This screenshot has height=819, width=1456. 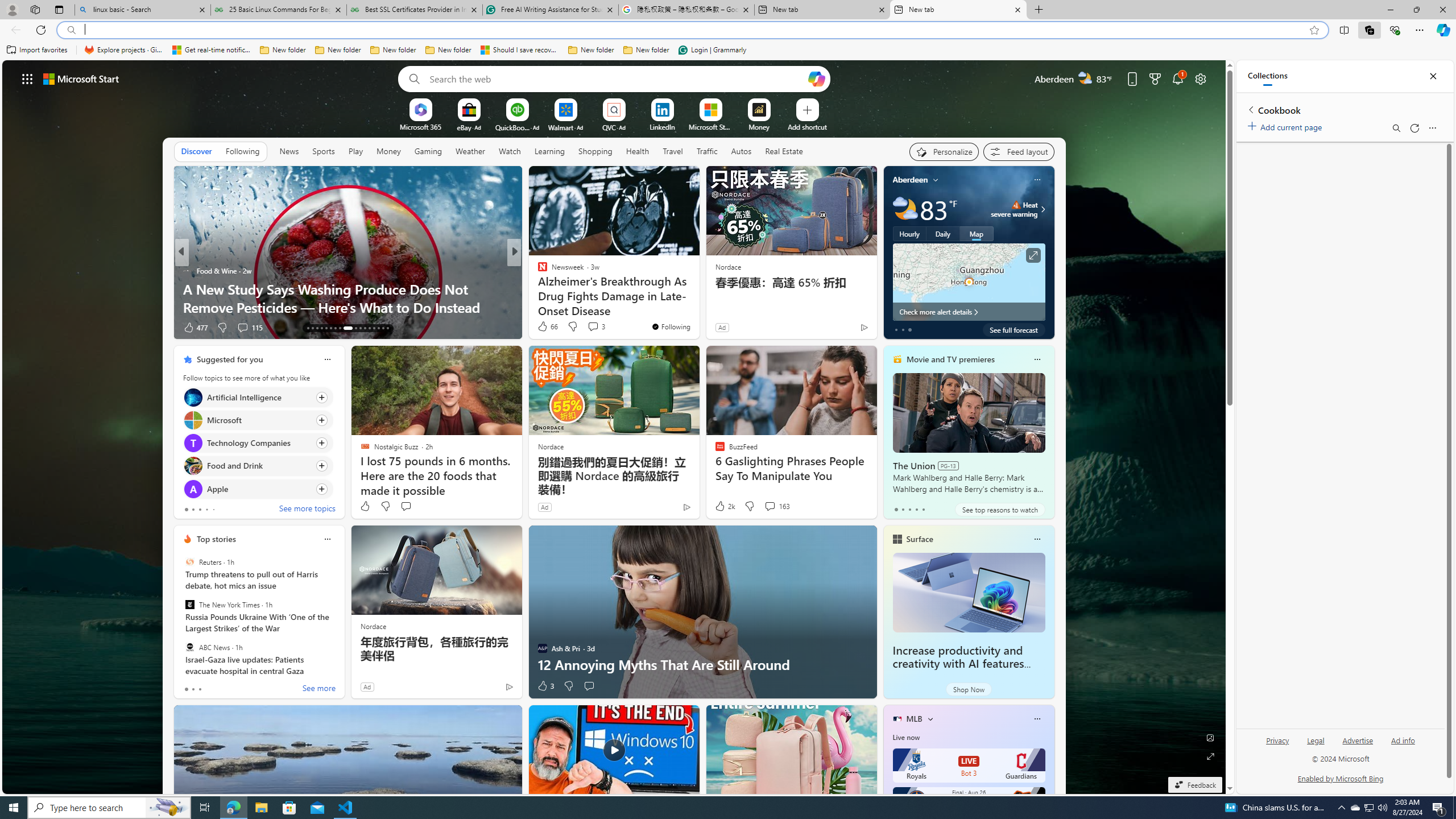 What do you see at coordinates (936, 179) in the screenshot?
I see `'My location'` at bounding box center [936, 179].